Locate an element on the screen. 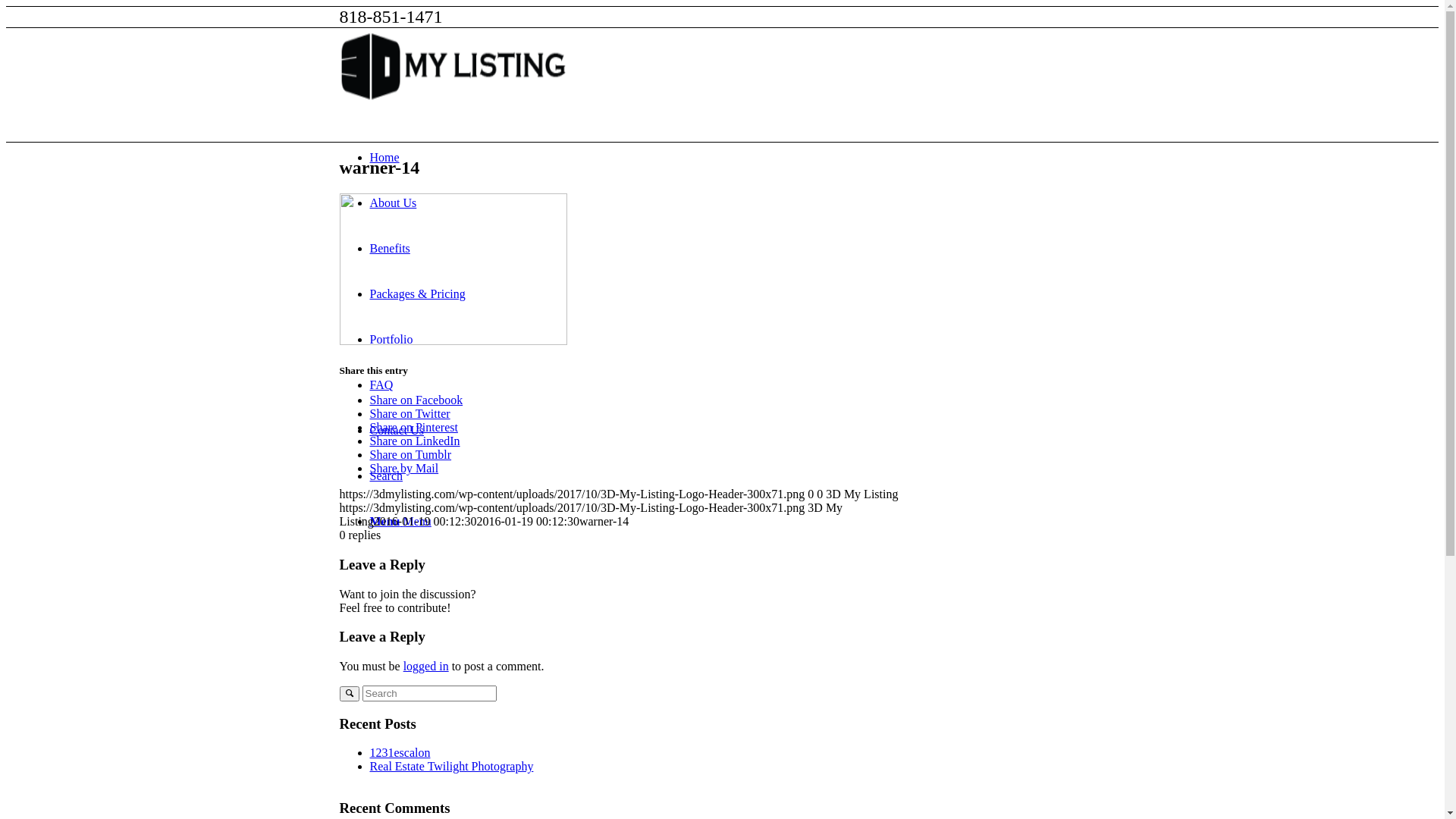 The height and width of the screenshot is (819, 1456). 'Menu Menu' is located at coordinates (400, 520).